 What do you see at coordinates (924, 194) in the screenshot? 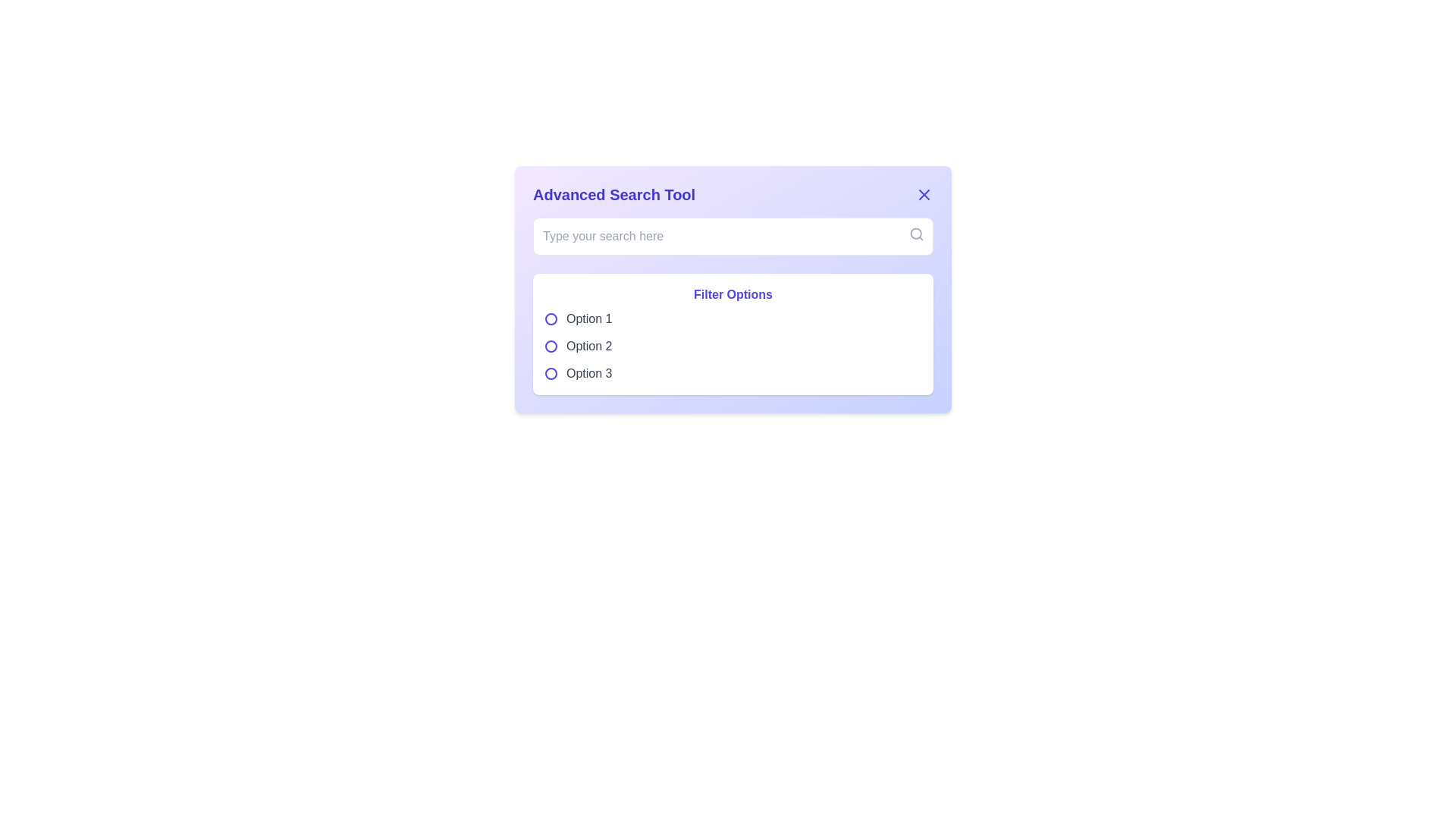
I see `the toggle or close button located in the top-right region of the 'Advanced Search Tool' interface` at bounding box center [924, 194].